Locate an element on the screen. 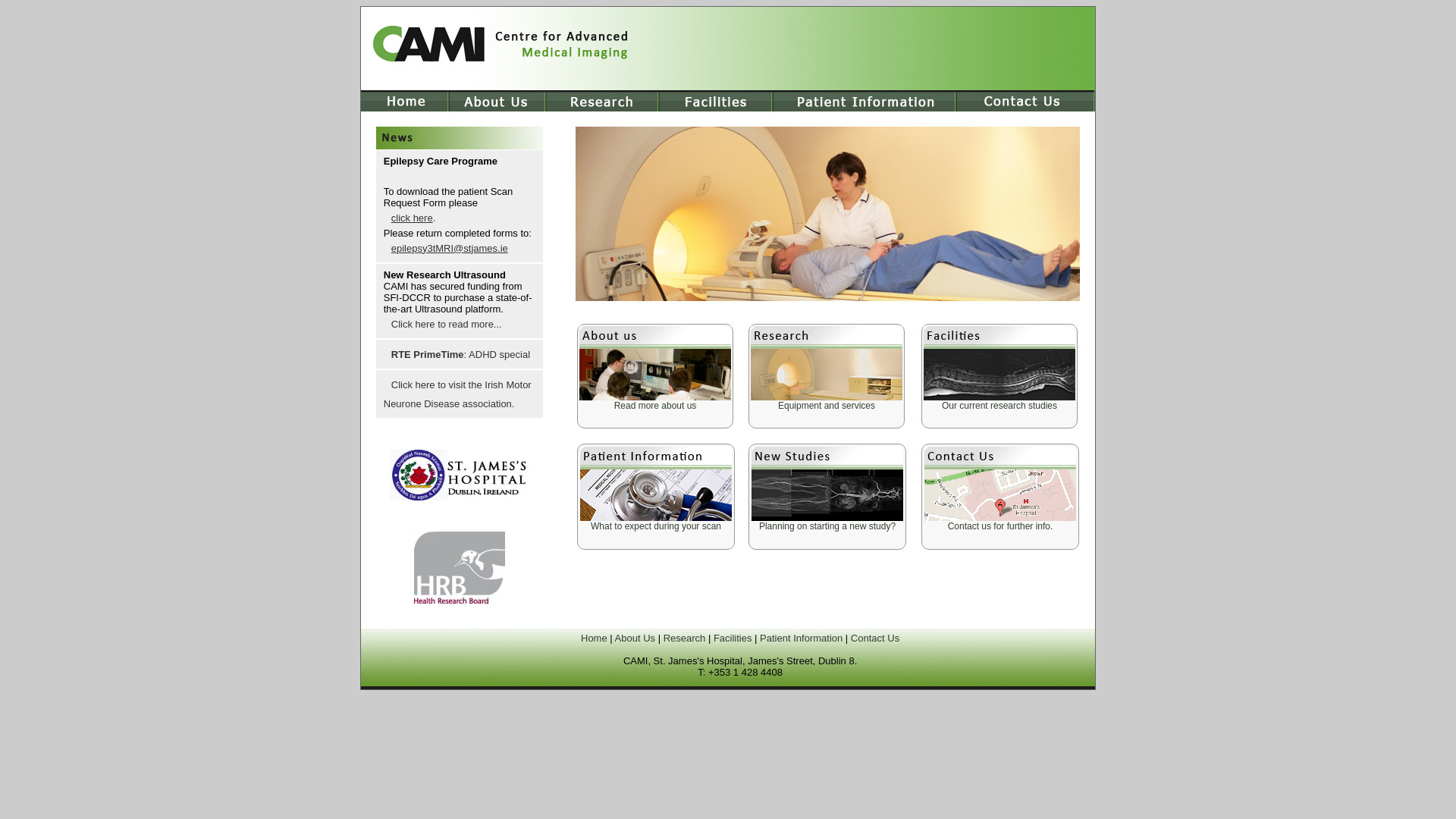  'About Us' is located at coordinates (635, 638).